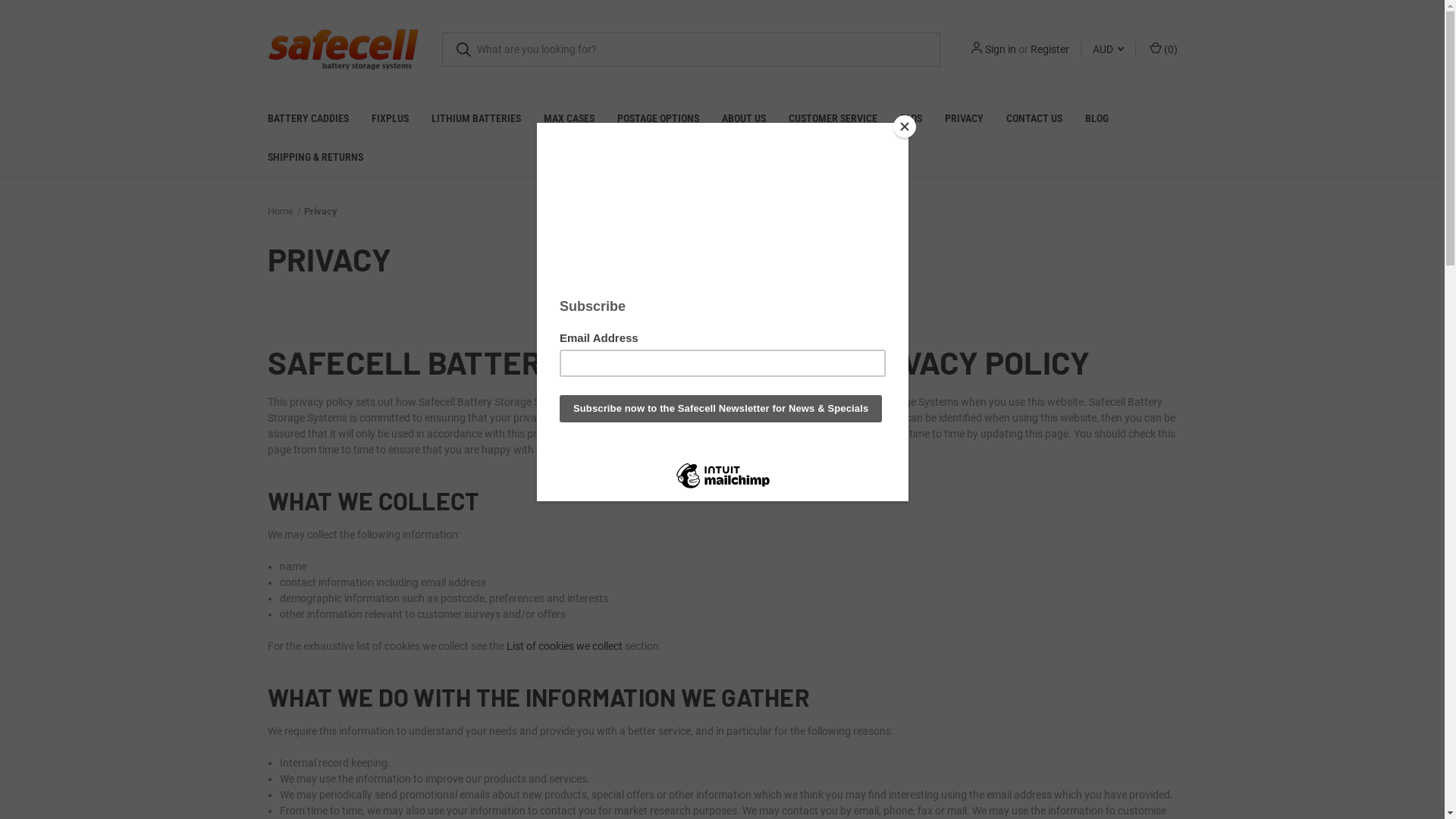 This screenshot has height=819, width=1456. Describe the element at coordinates (742, 118) in the screenshot. I see `'ABOUT US'` at that location.